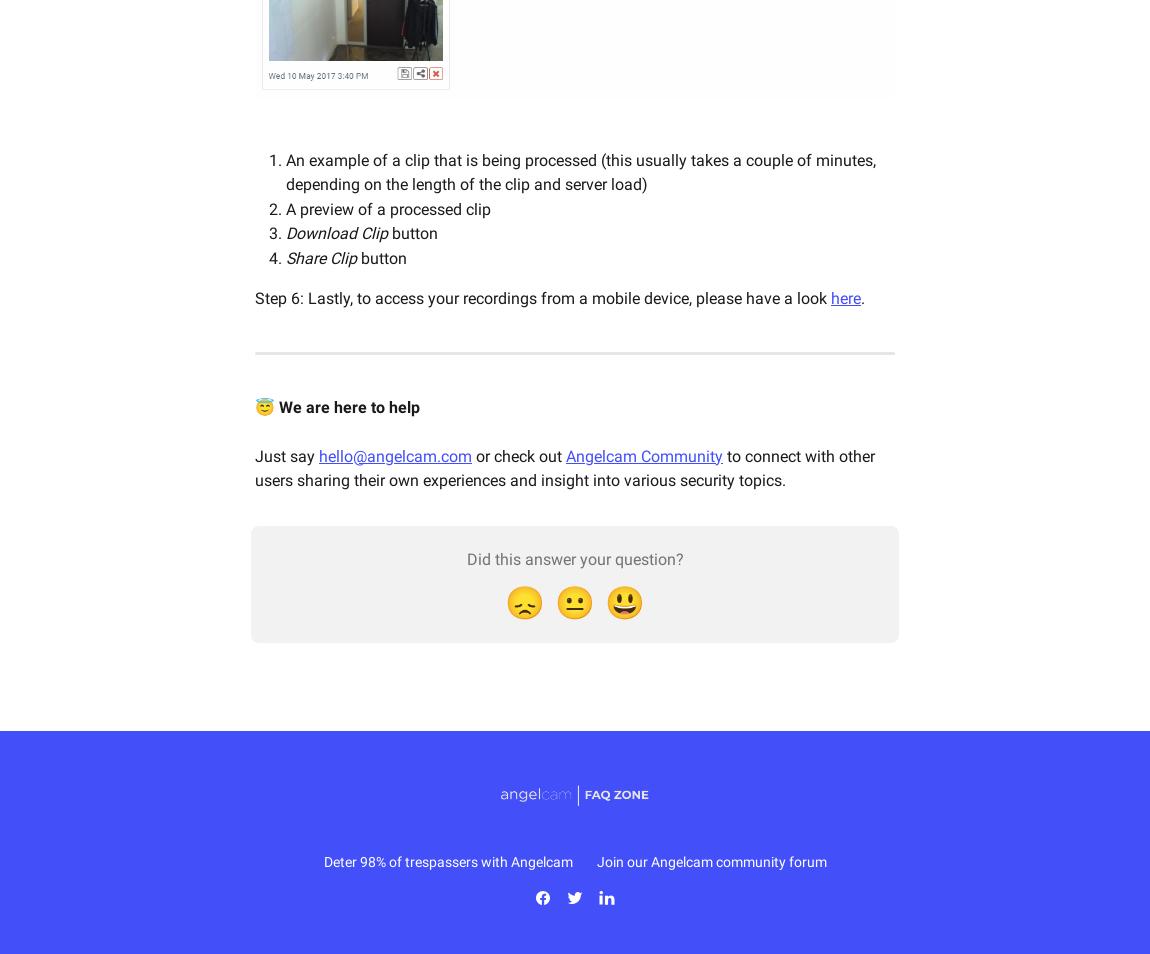  I want to click on 'Join our Angelcam community forum', so click(710, 862).